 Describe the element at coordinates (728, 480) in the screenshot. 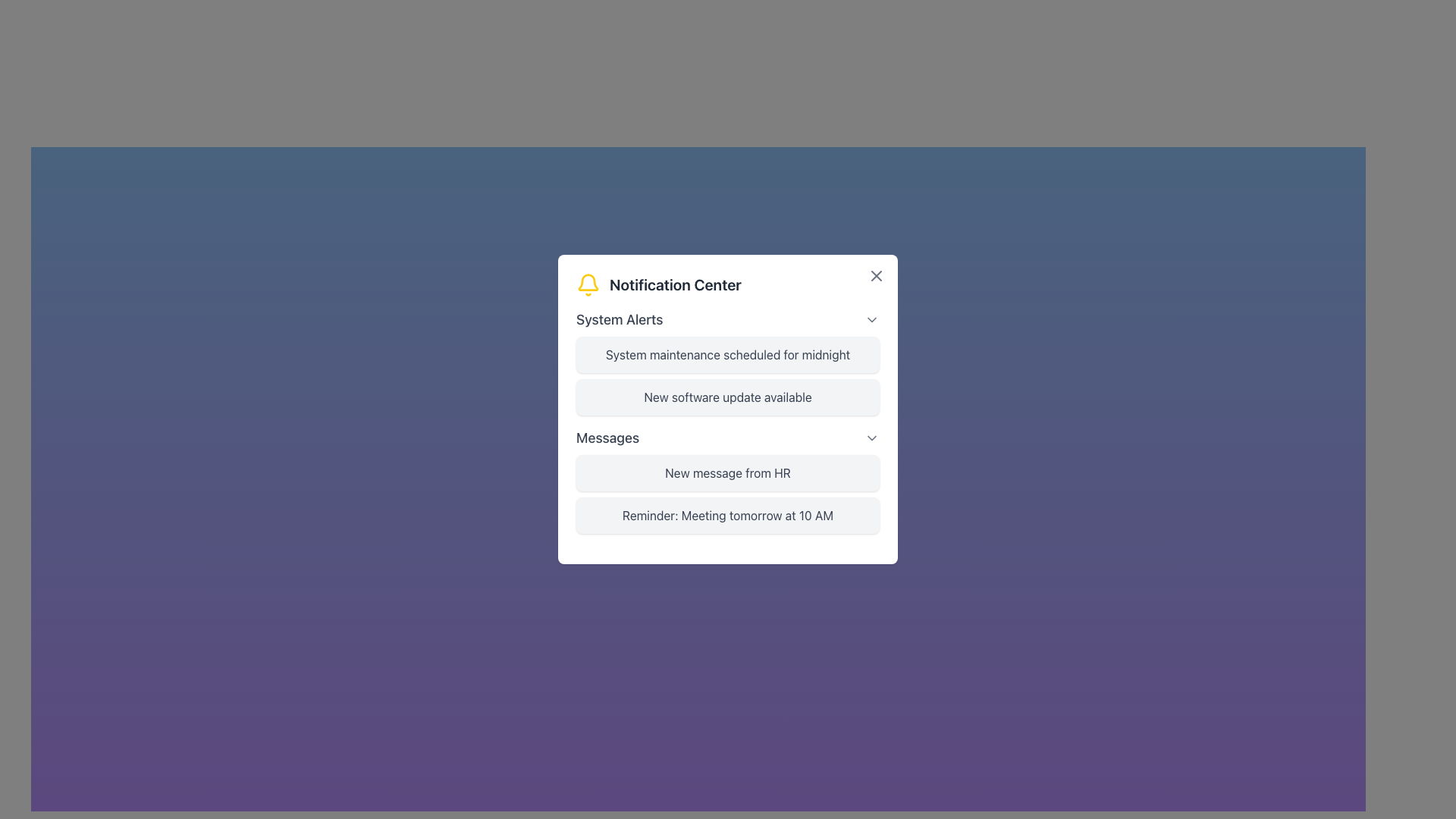

I see `the first notification card under the 'Messages' header` at that location.